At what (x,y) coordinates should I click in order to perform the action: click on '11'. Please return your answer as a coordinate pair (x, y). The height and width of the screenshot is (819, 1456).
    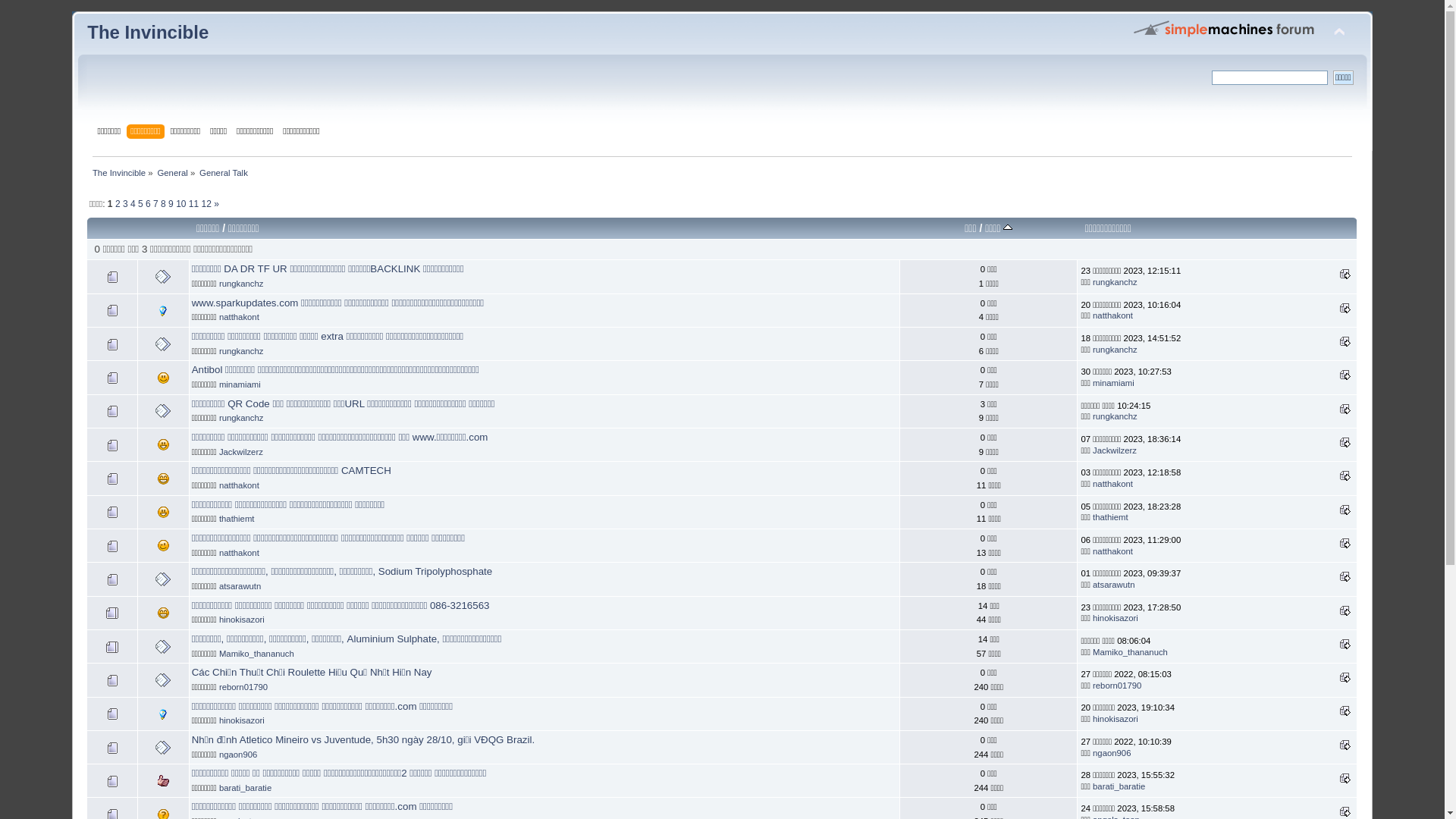
    Looking at the image, I should click on (193, 203).